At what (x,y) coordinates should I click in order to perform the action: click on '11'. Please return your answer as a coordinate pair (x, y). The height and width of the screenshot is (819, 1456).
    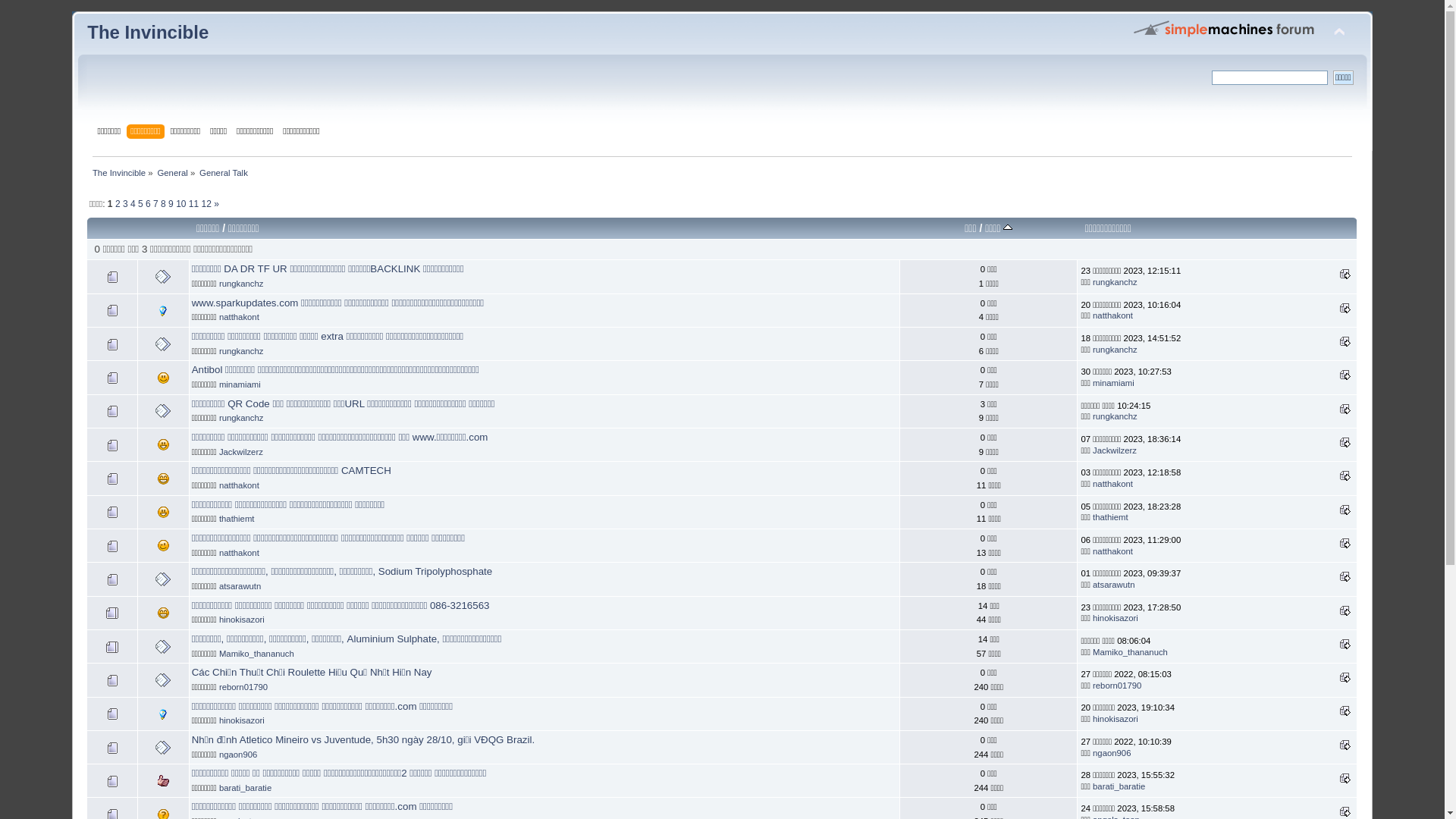
    Looking at the image, I should click on (193, 203).